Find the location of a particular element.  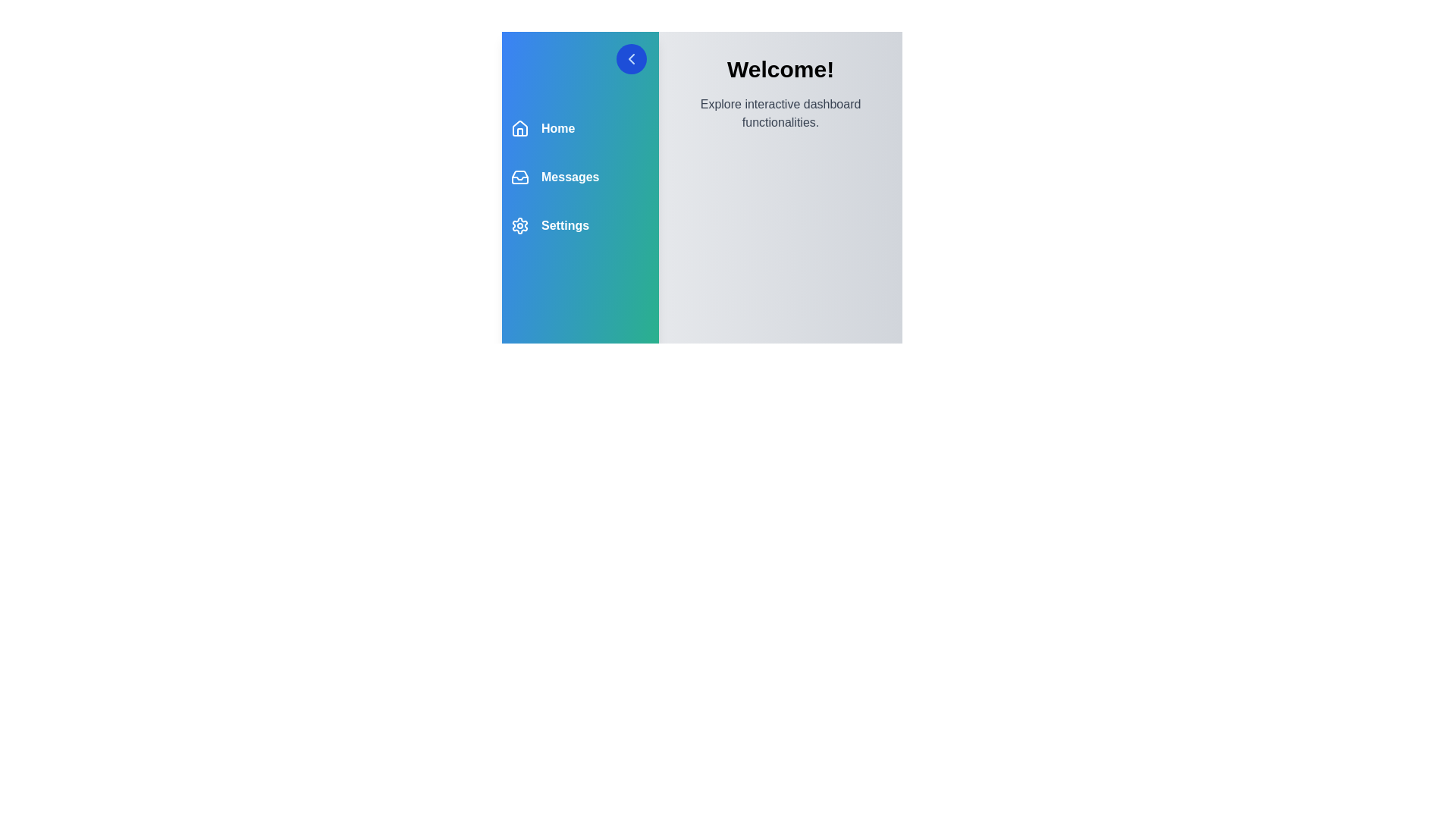

the circular button with a blue background located at the top right corner of the sidebar is located at coordinates (632, 58).